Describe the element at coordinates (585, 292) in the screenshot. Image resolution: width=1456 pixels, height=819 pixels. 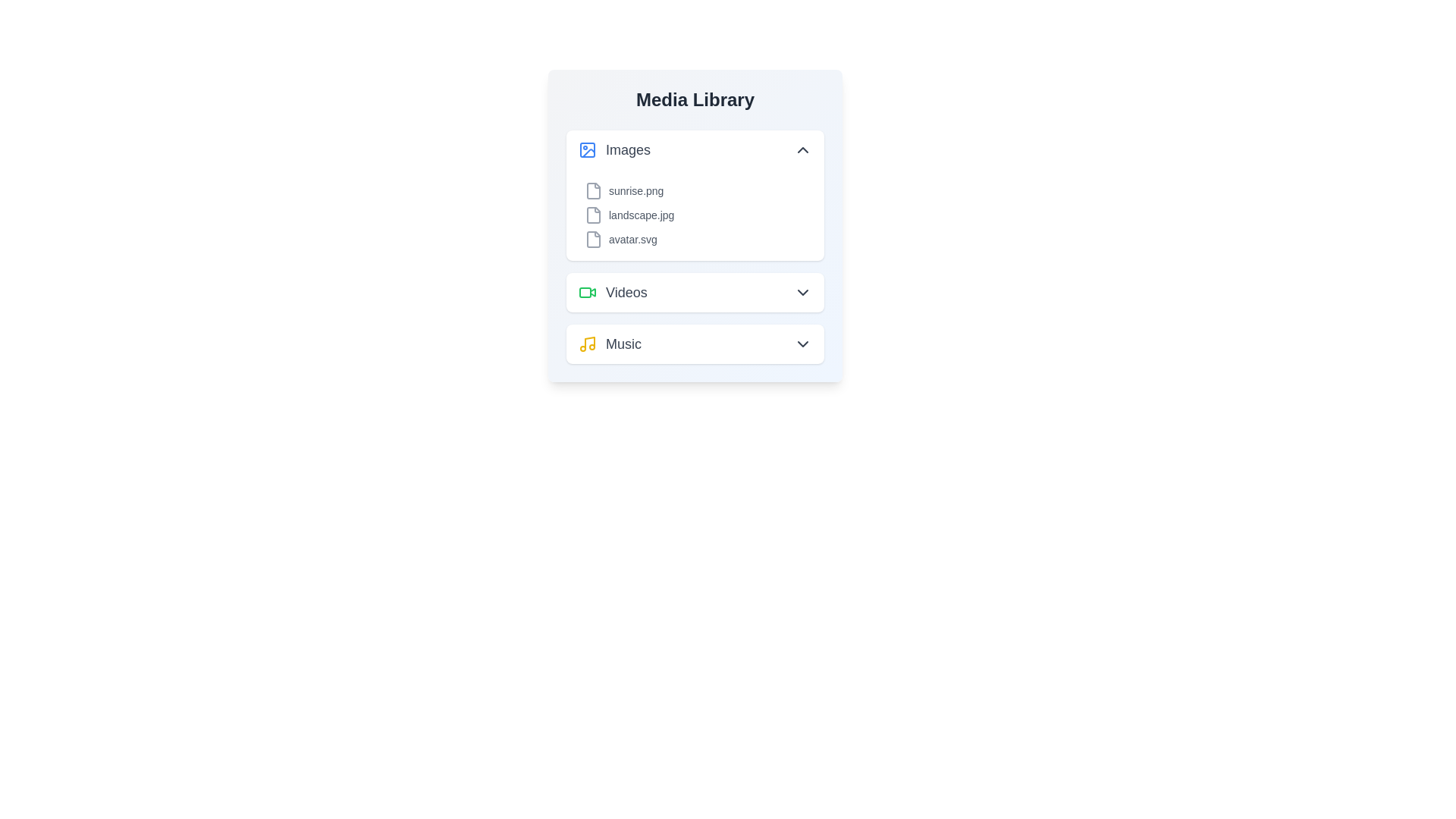
I see `the decorative green rectangular element representing a video-related icon in the media library section` at that location.